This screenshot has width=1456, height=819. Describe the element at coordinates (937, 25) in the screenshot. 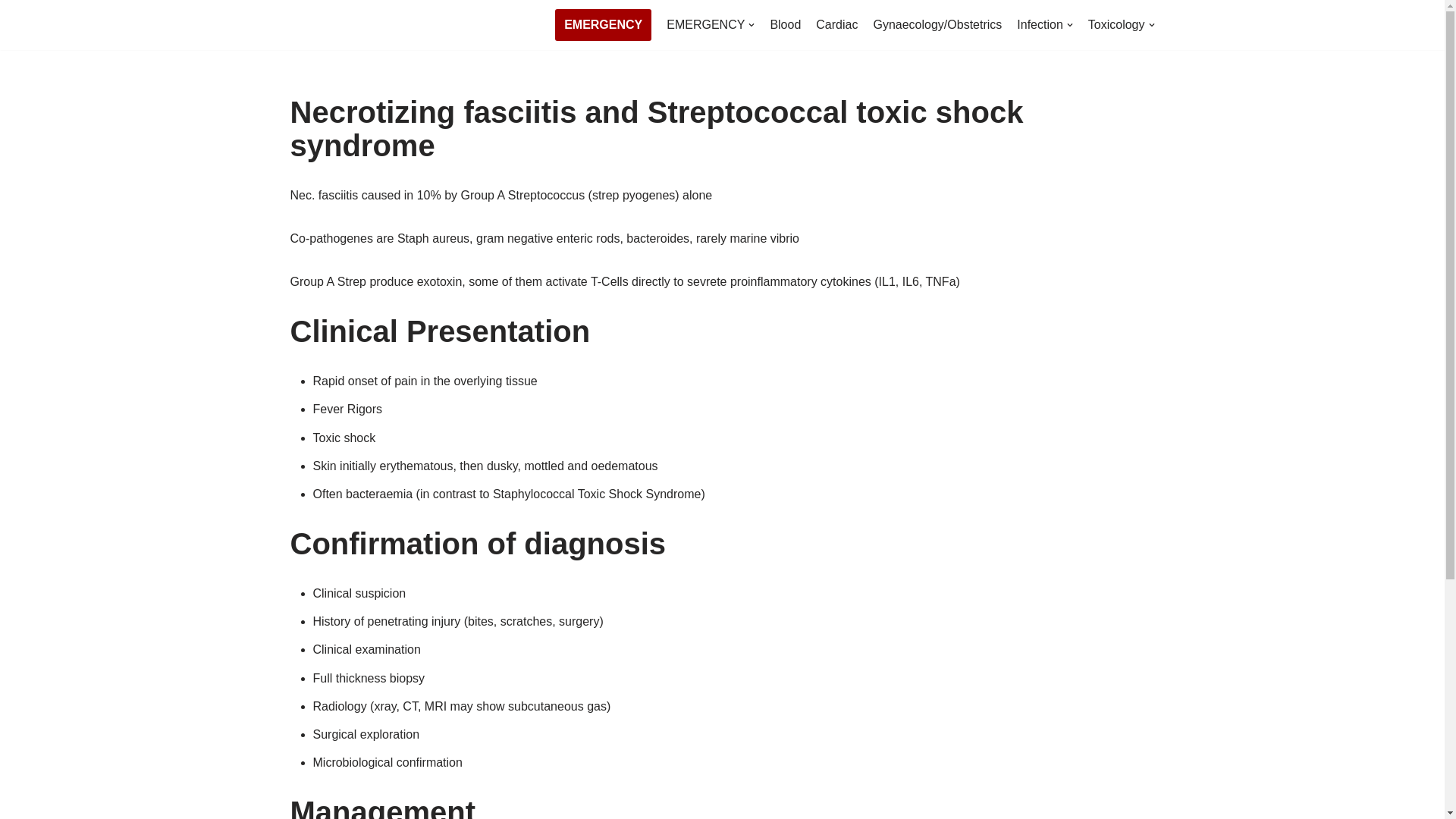

I see `'Gynaecology/Obstetrics'` at that location.